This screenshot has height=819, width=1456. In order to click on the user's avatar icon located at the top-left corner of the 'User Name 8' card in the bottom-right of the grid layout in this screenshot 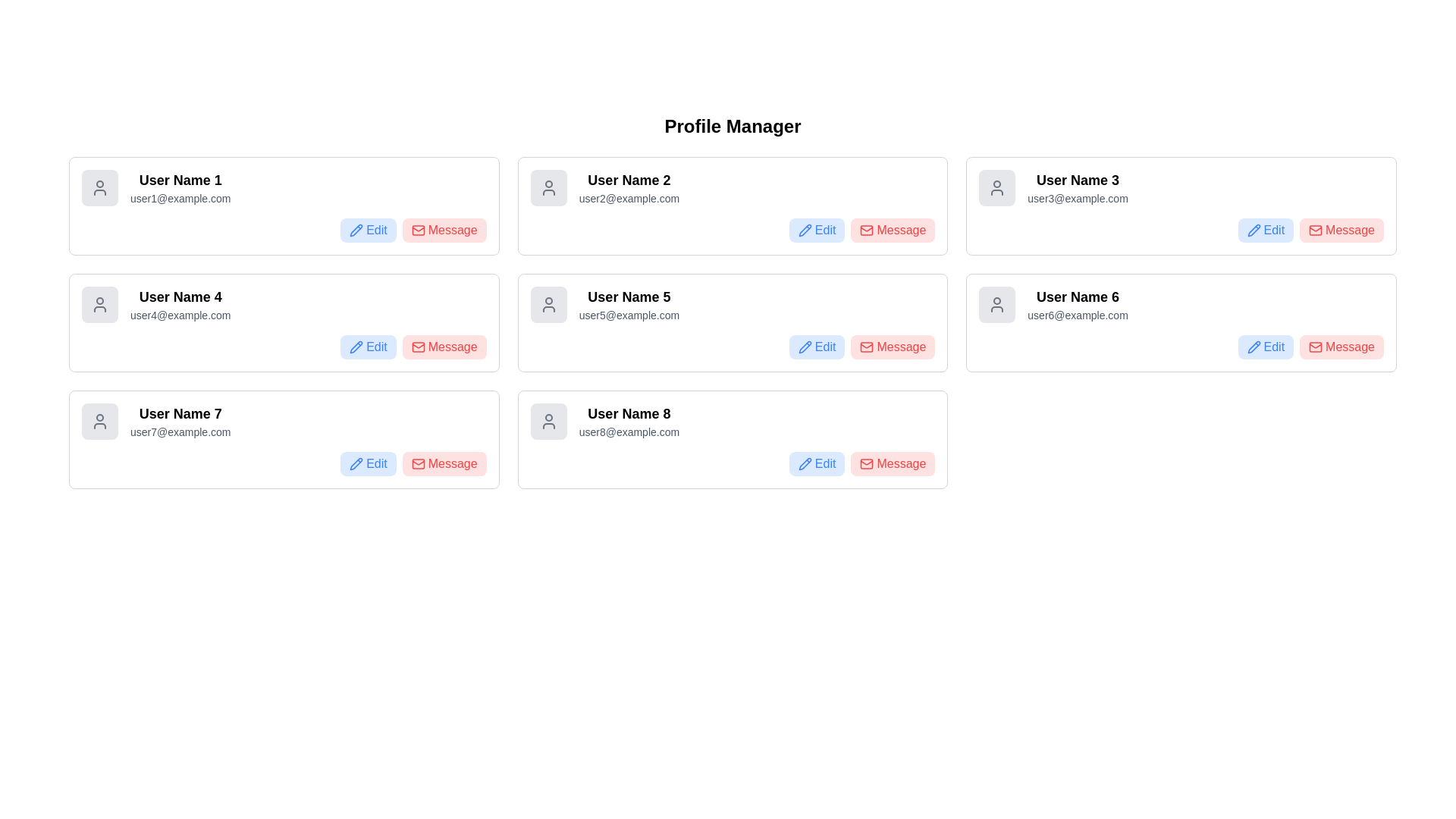, I will do `click(548, 421)`.